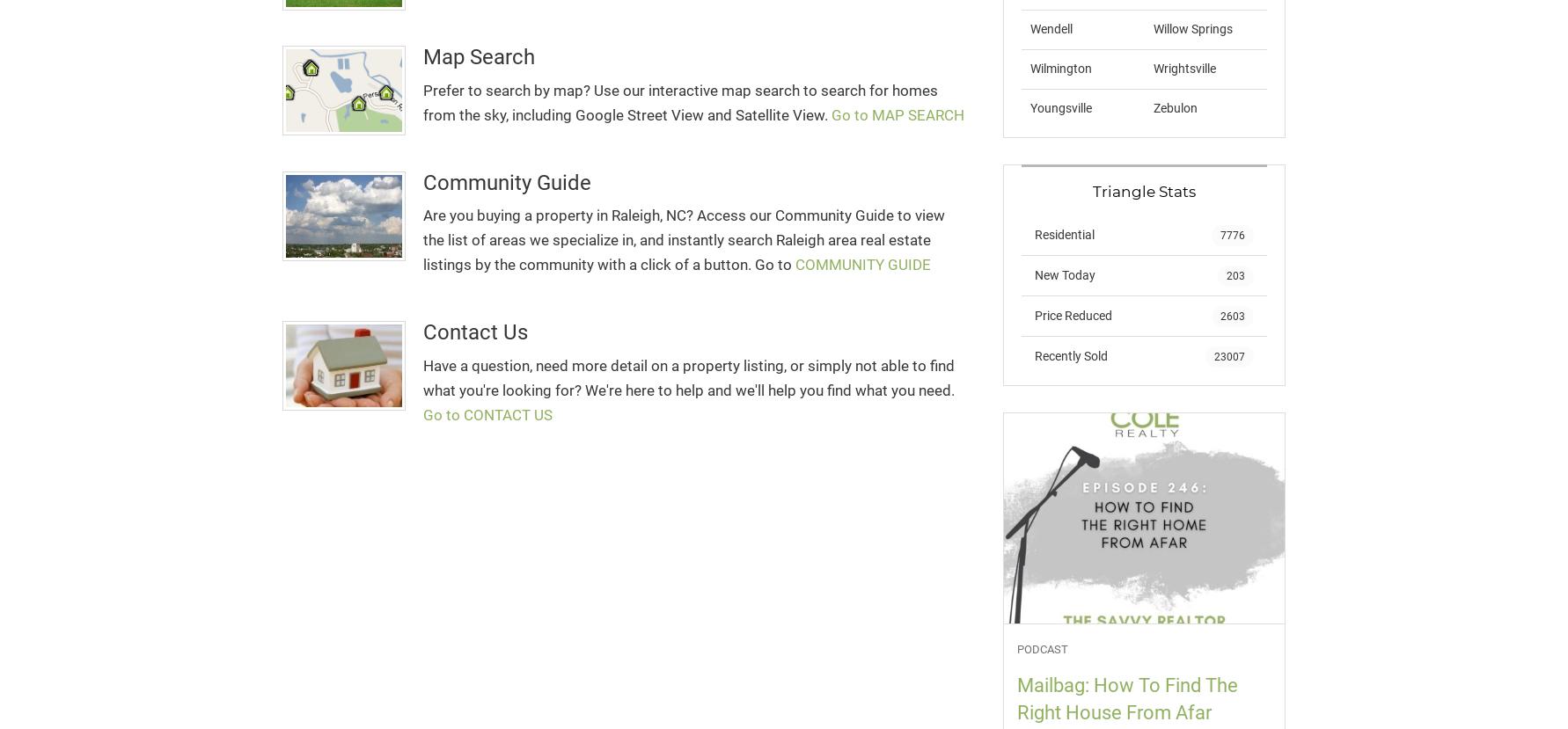  What do you see at coordinates (1033, 313) in the screenshot?
I see `'Price Reduced'` at bounding box center [1033, 313].